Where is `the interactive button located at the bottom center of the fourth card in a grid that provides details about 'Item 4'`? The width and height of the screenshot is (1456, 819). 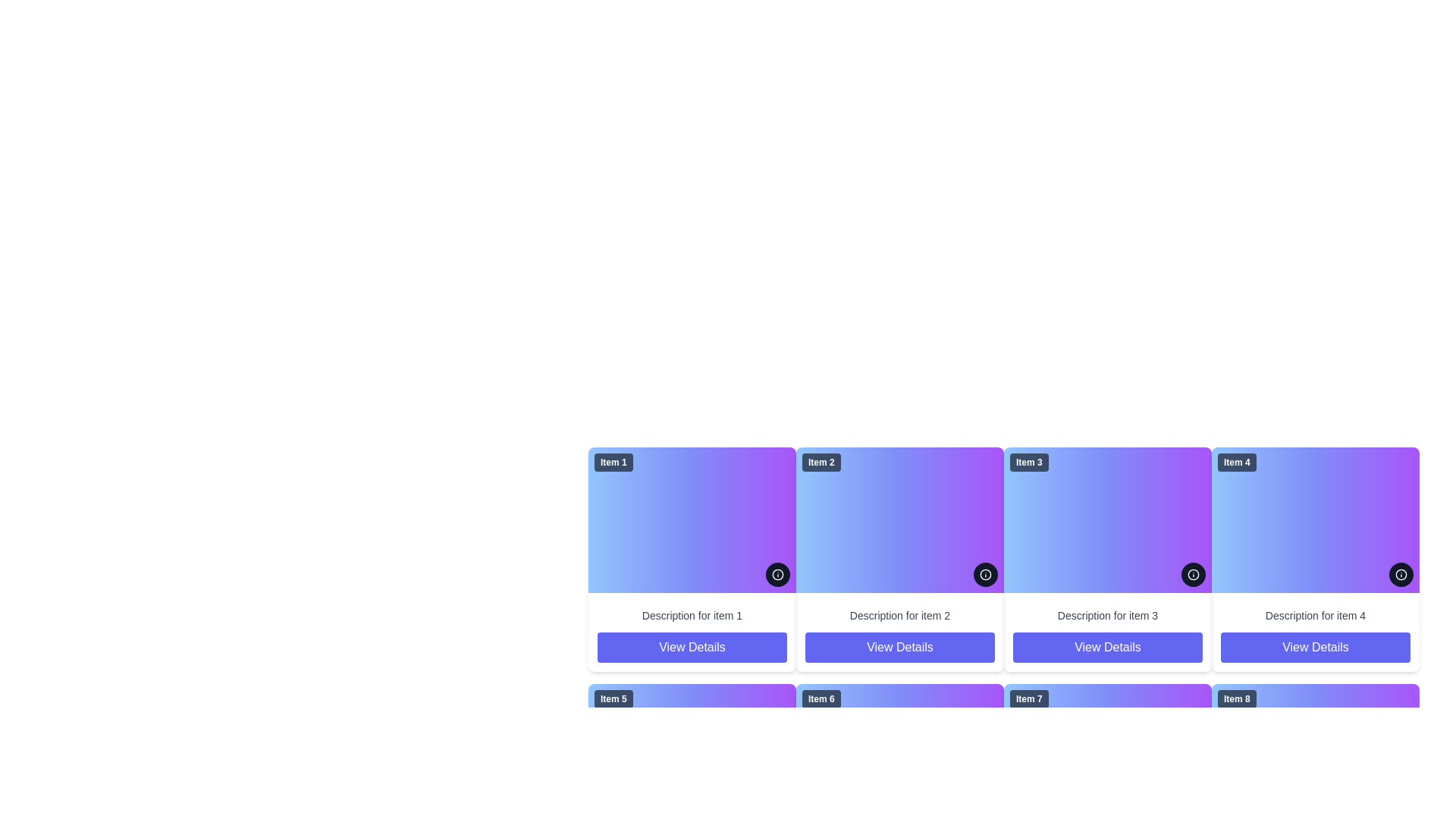
the interactive button located at the bottom center of the fourth card in a grid that provides details about 'Item 4' is located at coordinates (1314, 632).